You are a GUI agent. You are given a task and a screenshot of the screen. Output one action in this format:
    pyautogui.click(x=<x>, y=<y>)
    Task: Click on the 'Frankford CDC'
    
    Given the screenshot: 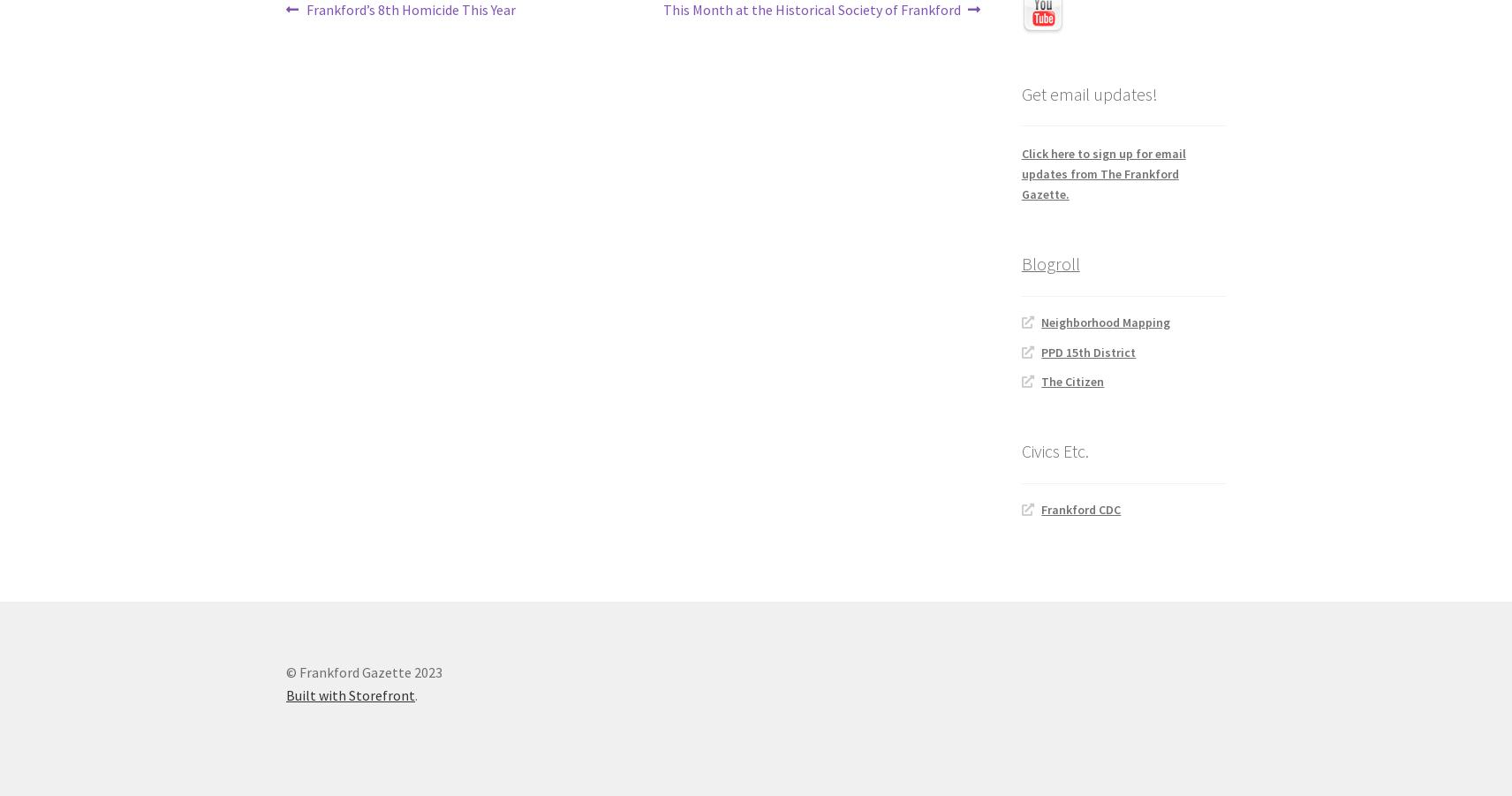 What is the action you would take?
    pyautogui.click(x=1081, y=508)
    